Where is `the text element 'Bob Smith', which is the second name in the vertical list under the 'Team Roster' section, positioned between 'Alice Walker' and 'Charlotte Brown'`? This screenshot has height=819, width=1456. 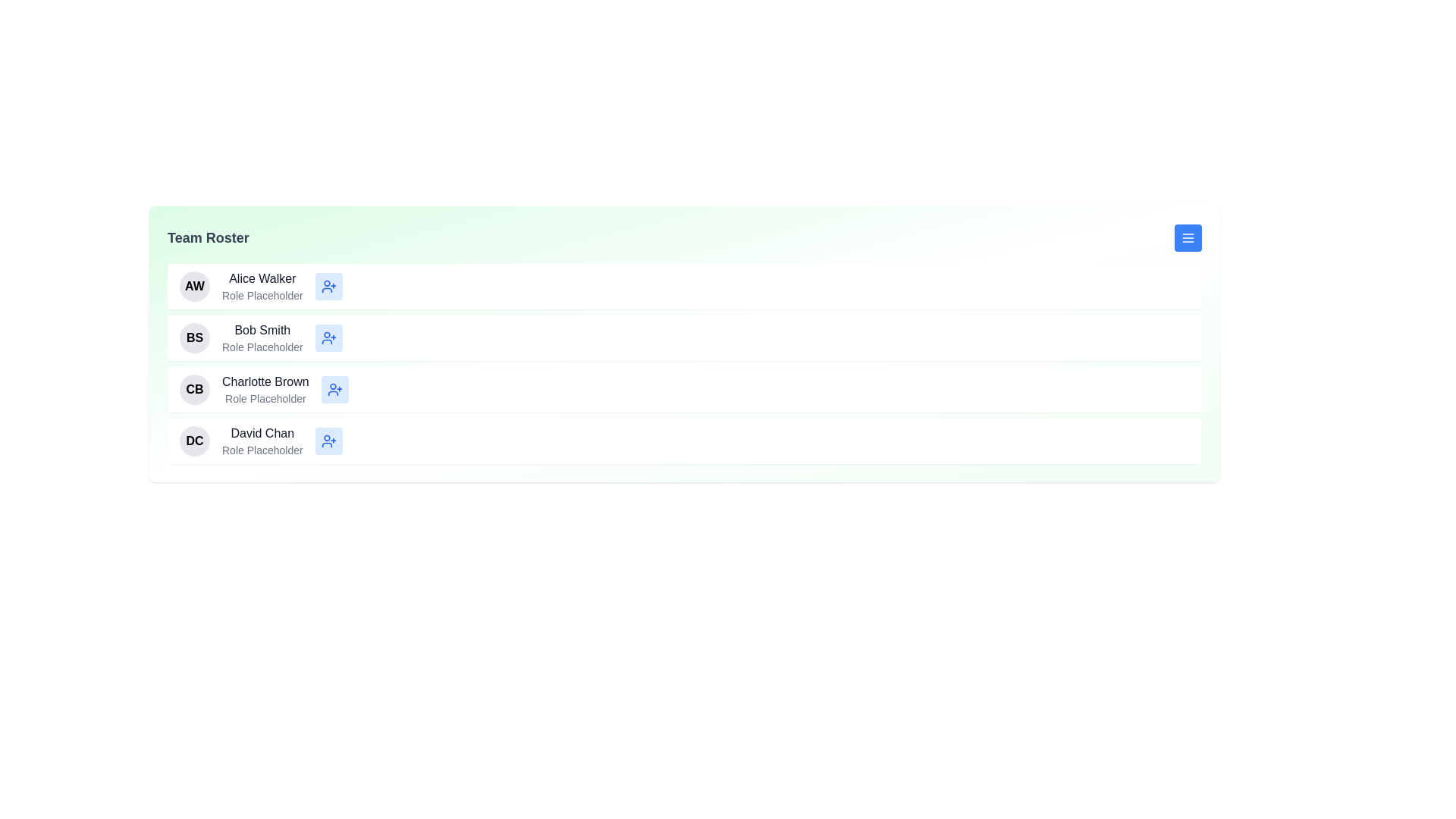
the text element 'Bob Smith', which is the second name in the vertical list under the 'Team Roster' section, positioned between 'Alice Walker' and 'Charlotte Brown' is located at coordinates (262, 329).